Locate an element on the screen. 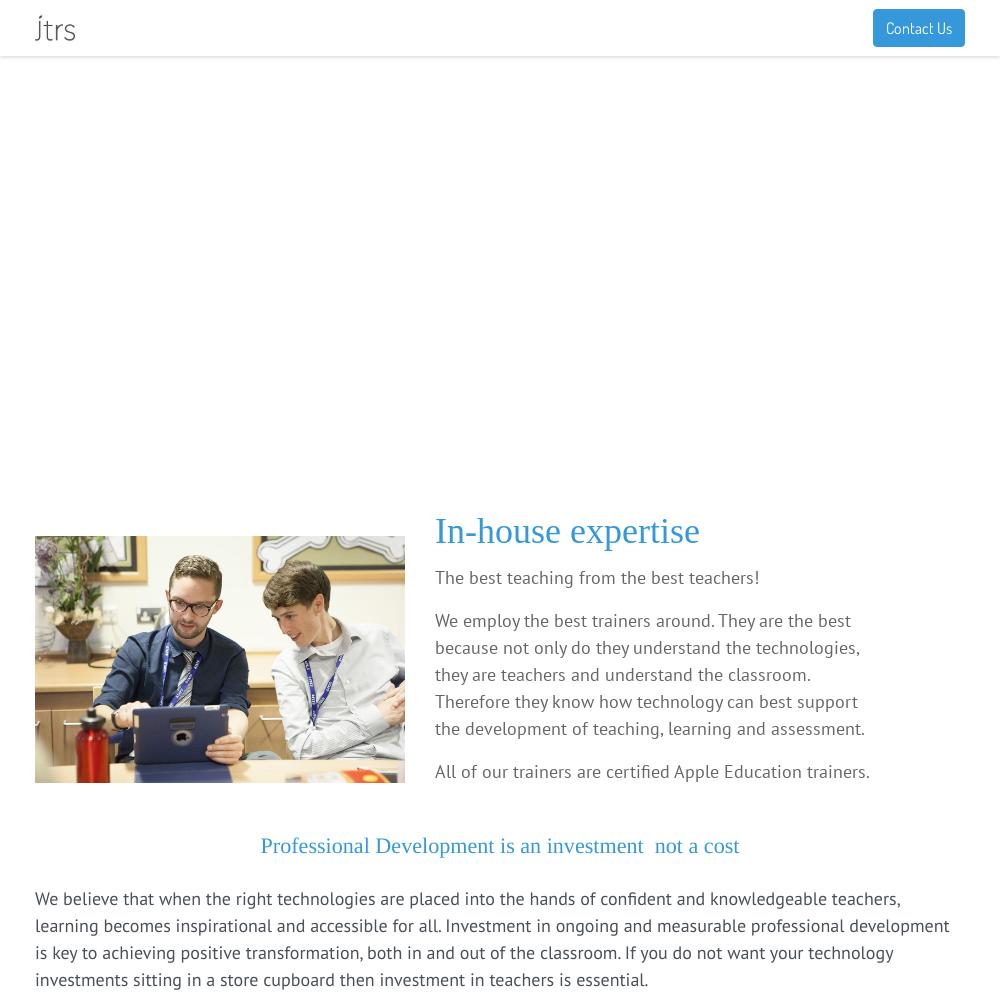  'We employ the best trainers around. All of our trainers are' is located at coordinates (206, 303).